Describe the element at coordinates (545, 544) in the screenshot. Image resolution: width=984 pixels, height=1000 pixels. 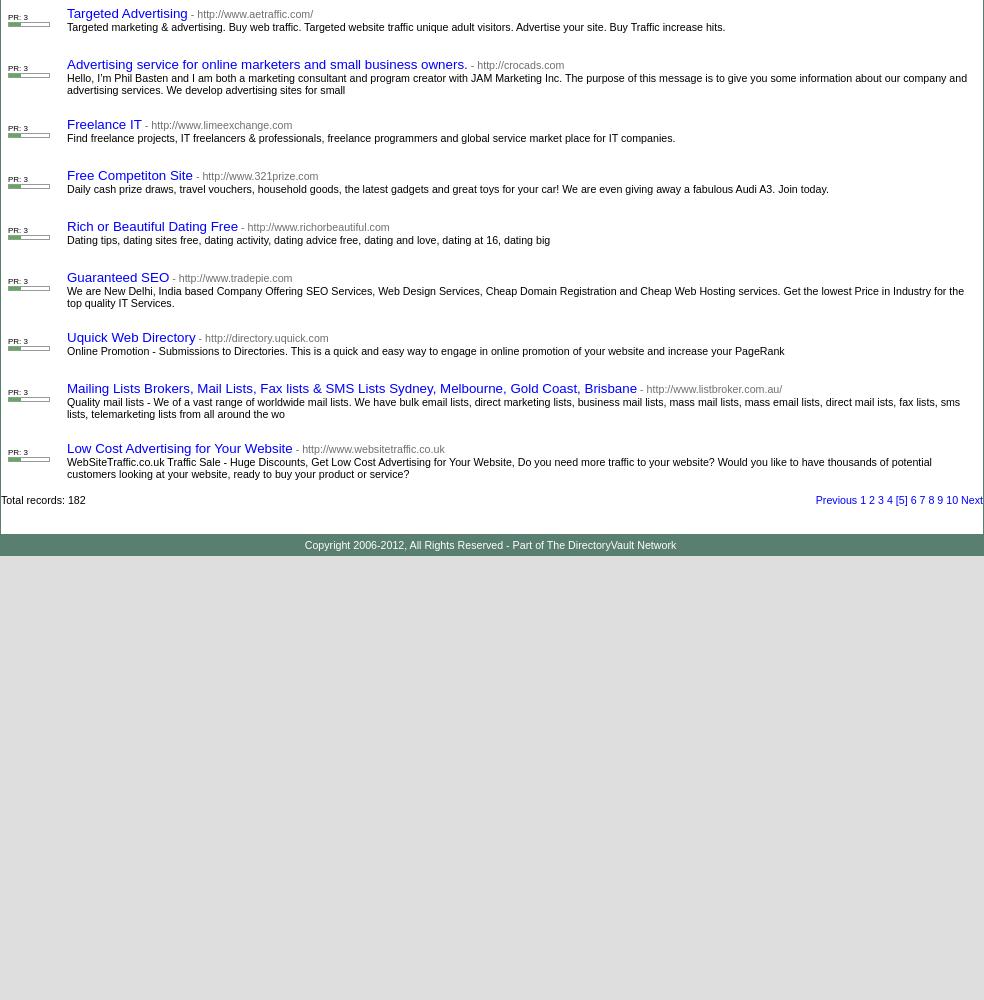
I see `'The DirectoryVault Network'` at that location.